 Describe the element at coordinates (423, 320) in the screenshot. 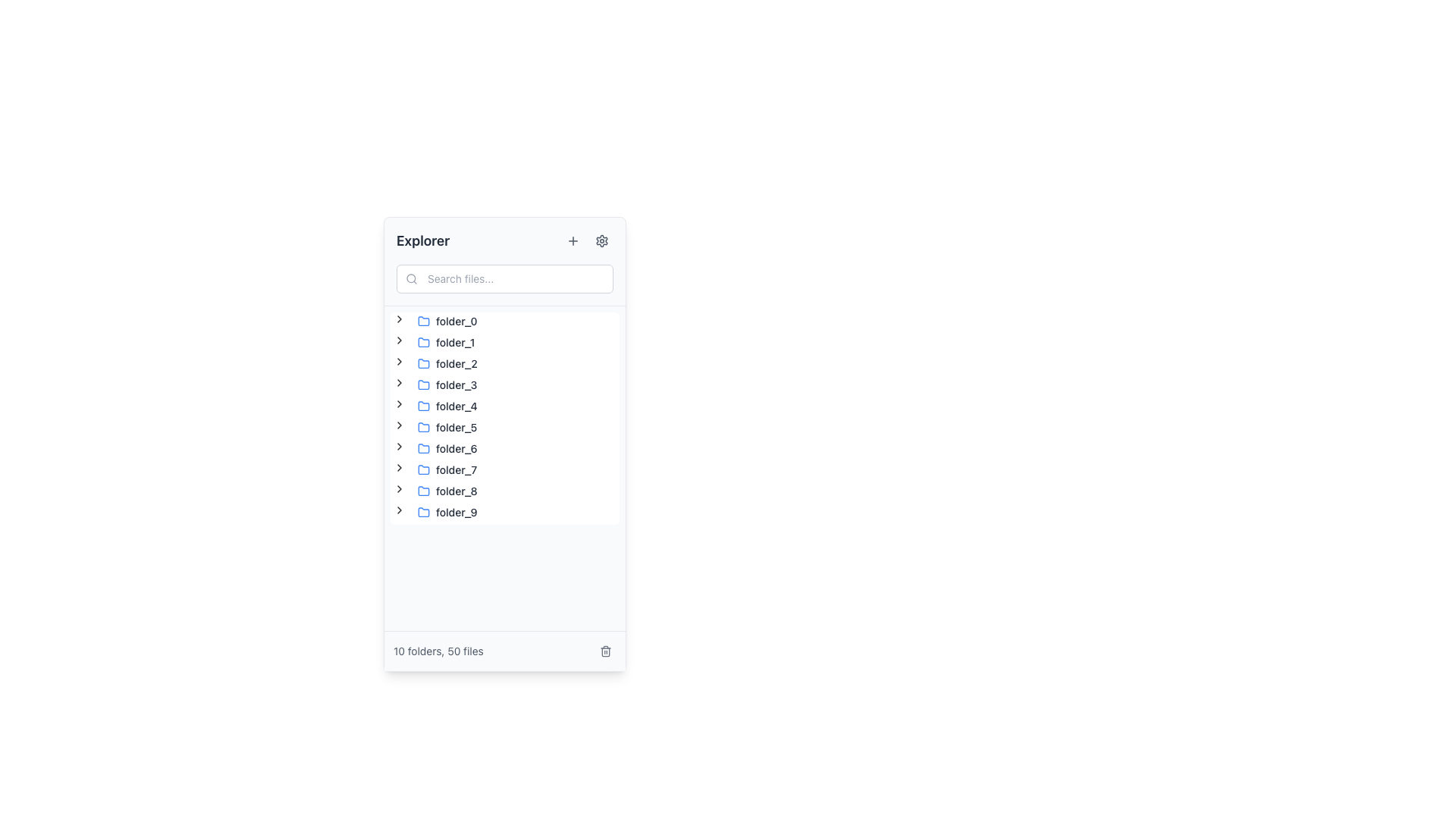

I see `the first folder icon with a blue outline in the vertical list` at that location.